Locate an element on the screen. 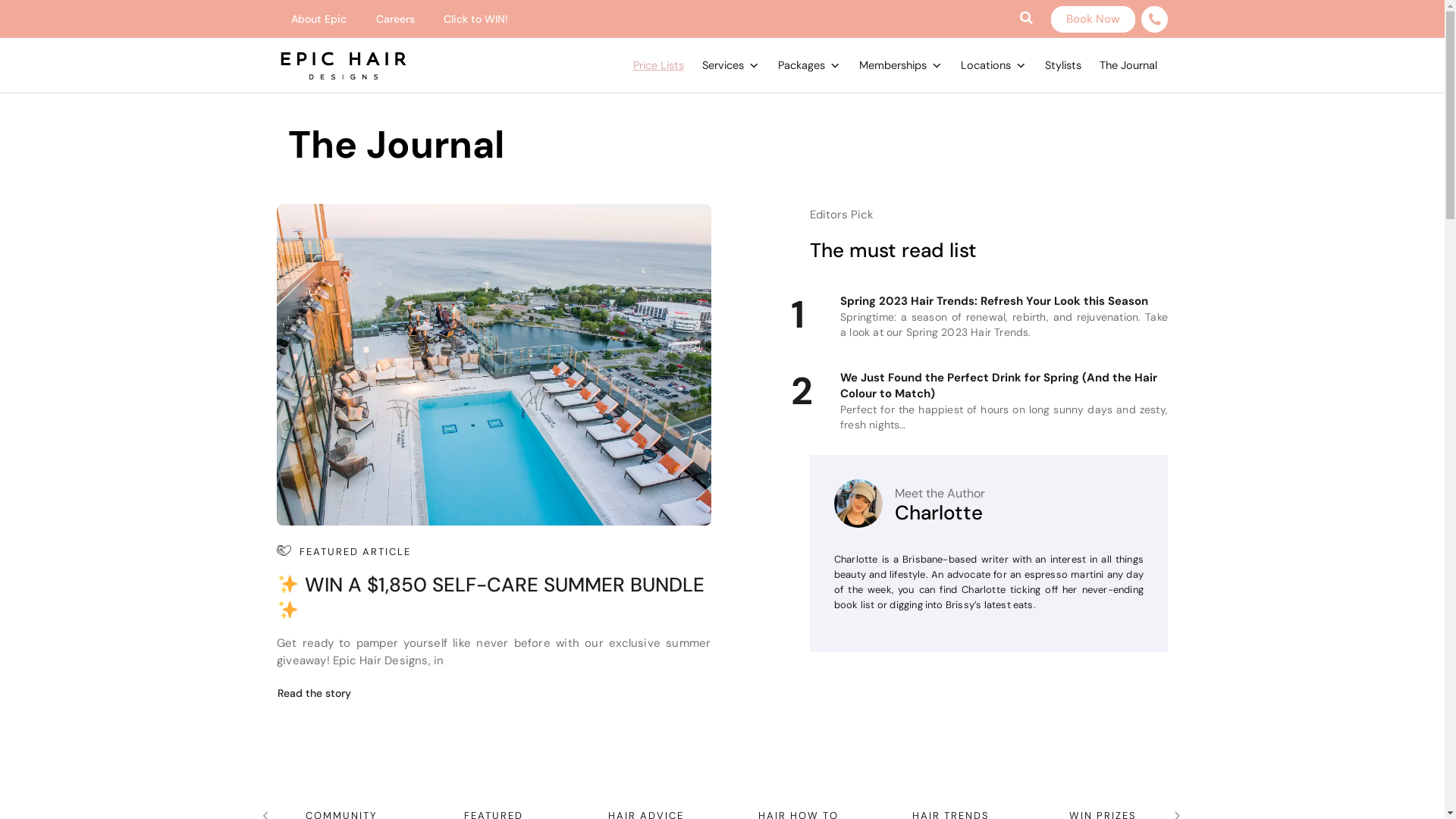  'WIN A $1,850 SELF-CARE SUMMER BUNDLE' is located at coordinates (491, 596).